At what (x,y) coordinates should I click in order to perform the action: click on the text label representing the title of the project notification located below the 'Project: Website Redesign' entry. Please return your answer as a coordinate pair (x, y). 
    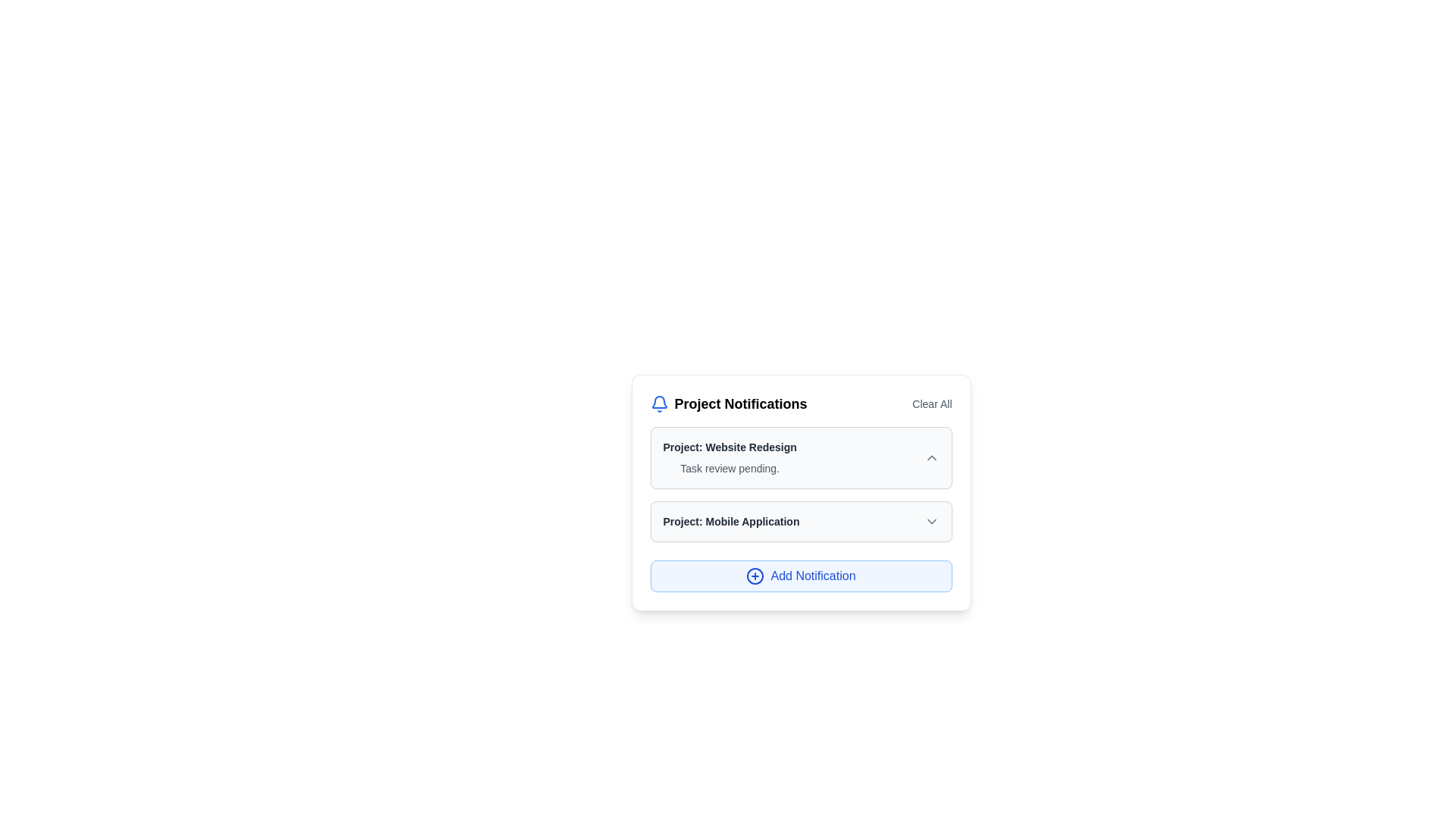
    Looking at the image, I should click on (731, 520).